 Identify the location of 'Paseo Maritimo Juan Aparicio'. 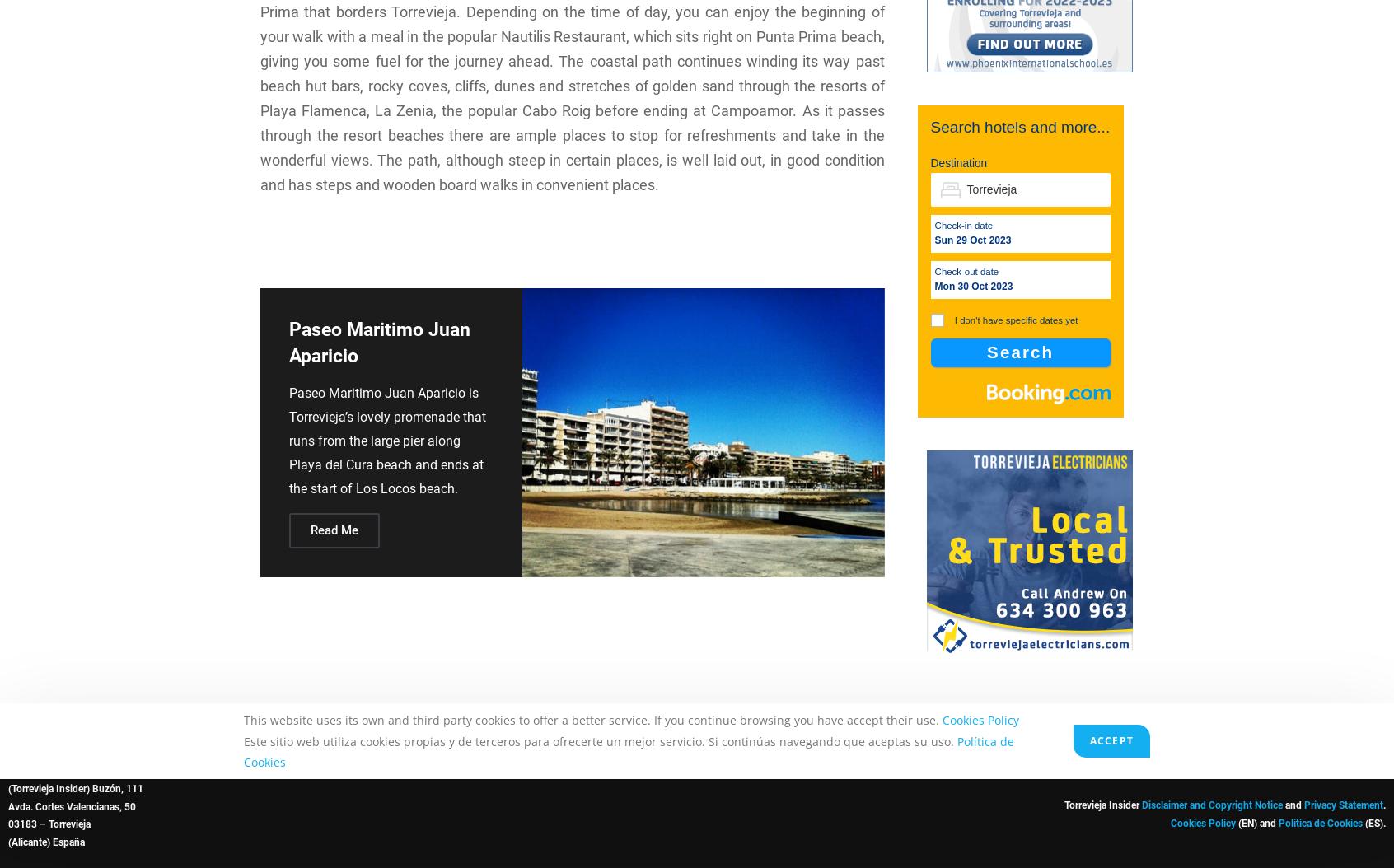
(379, 342).